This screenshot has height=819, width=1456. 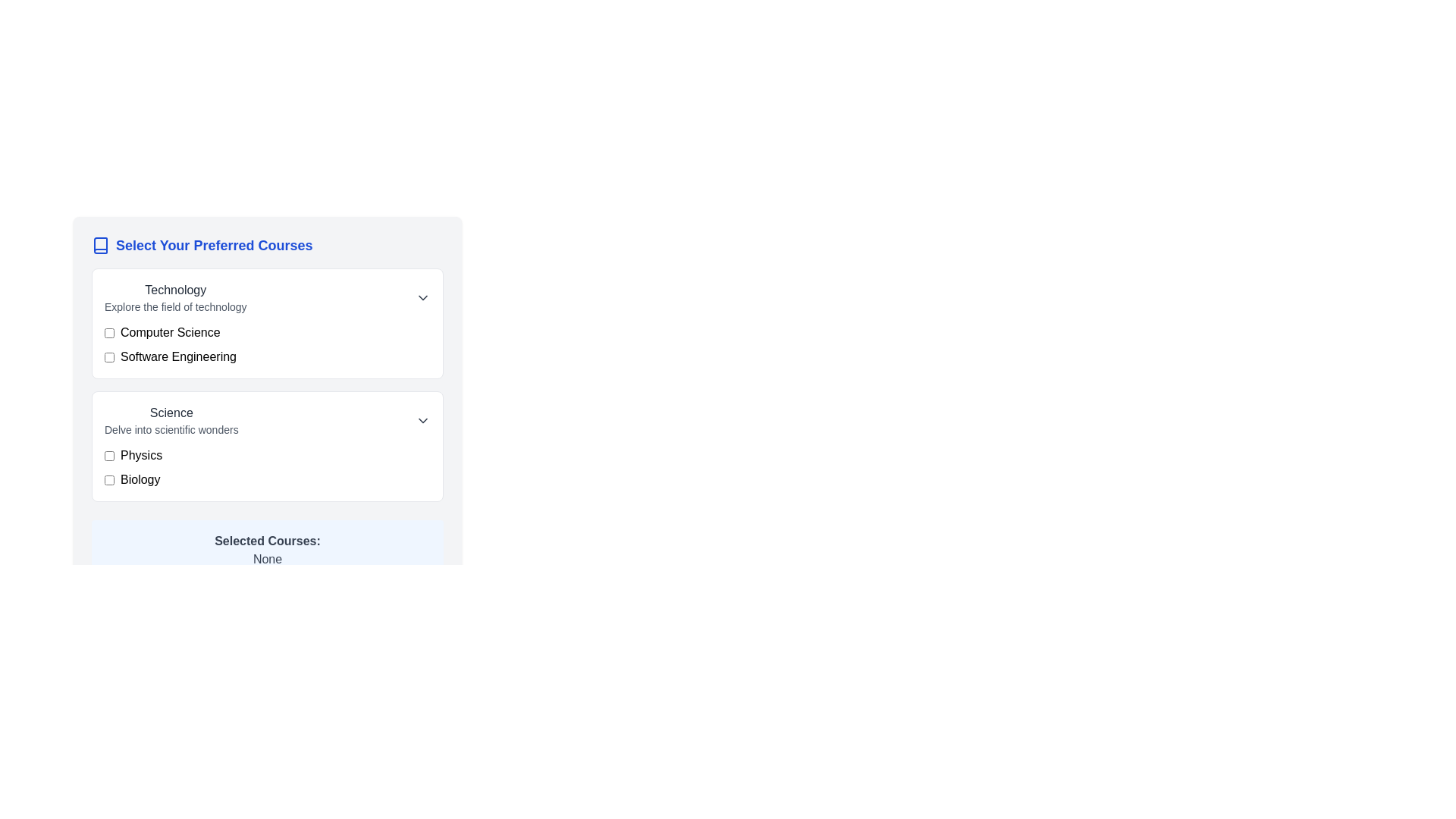 I want to click on the descriptive text label located below the 'Technology' heading, which provides context for this category, so click(x=175, y=307).